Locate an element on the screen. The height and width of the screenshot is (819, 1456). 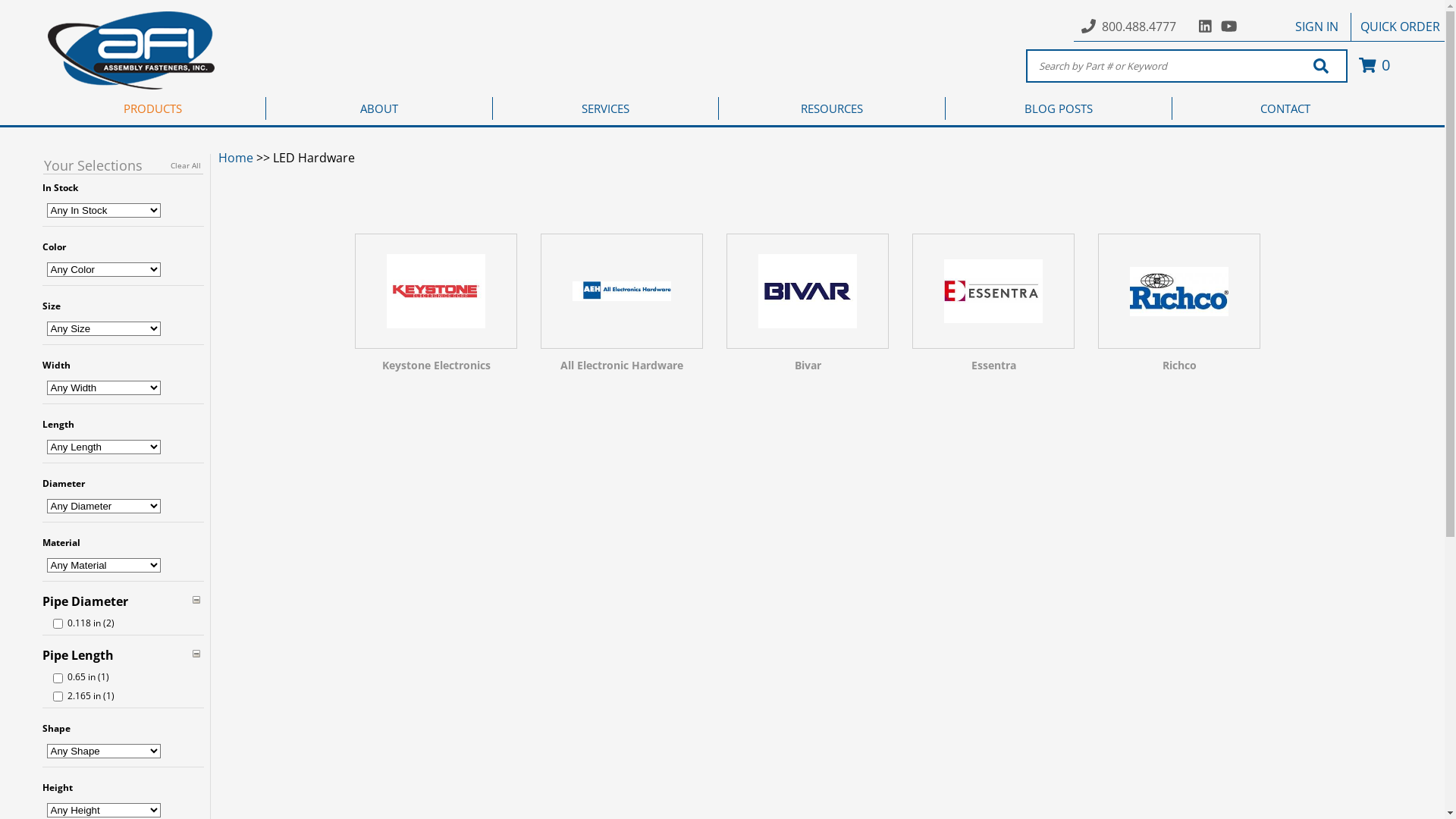
'SIGN IN' is located at coordinates (1316, 26).